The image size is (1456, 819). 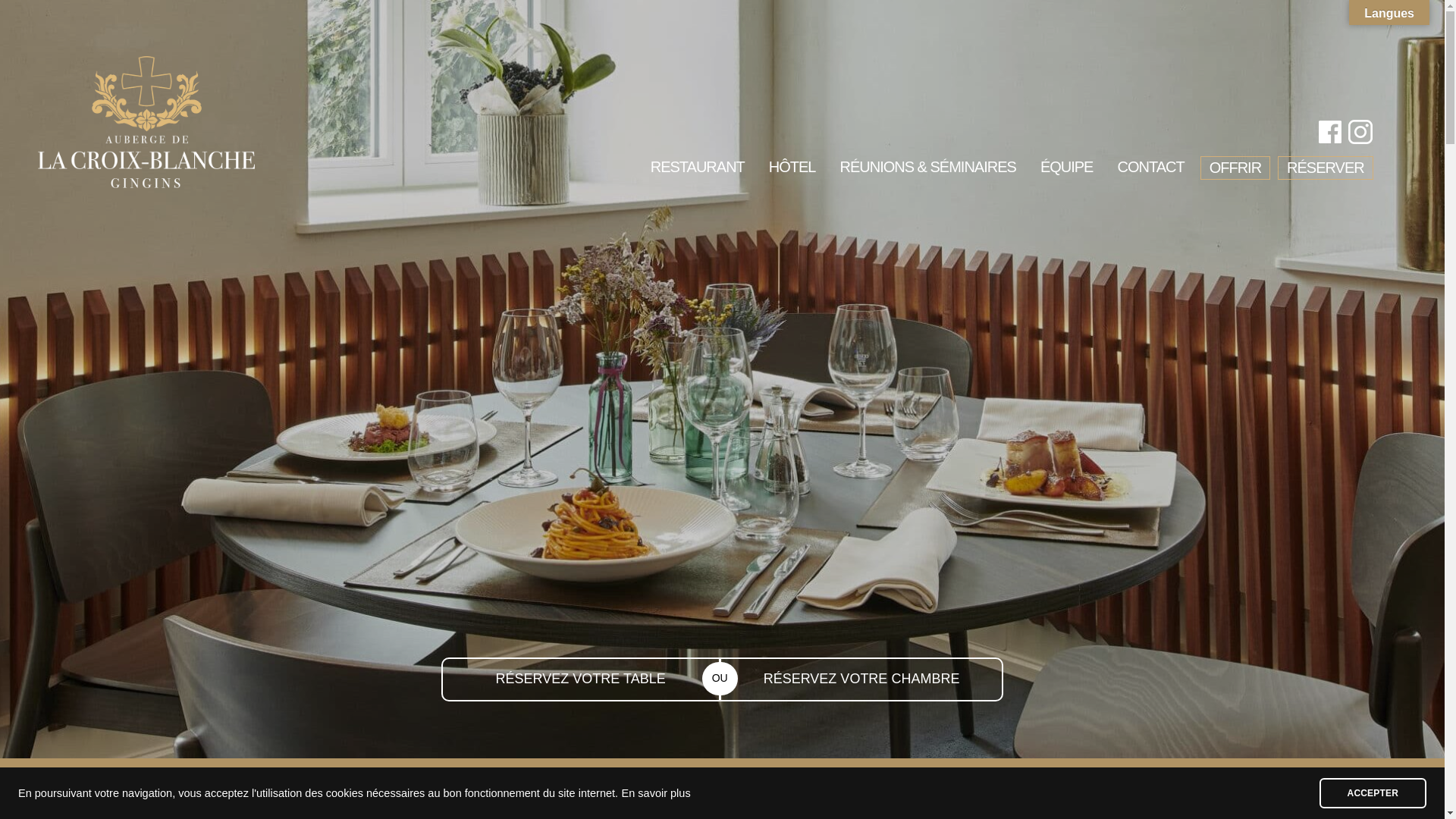 What do you see at coordinates (1150, 170) in the screenshot?
I see `'CONTACT'` at bounding box center [1150, 170].